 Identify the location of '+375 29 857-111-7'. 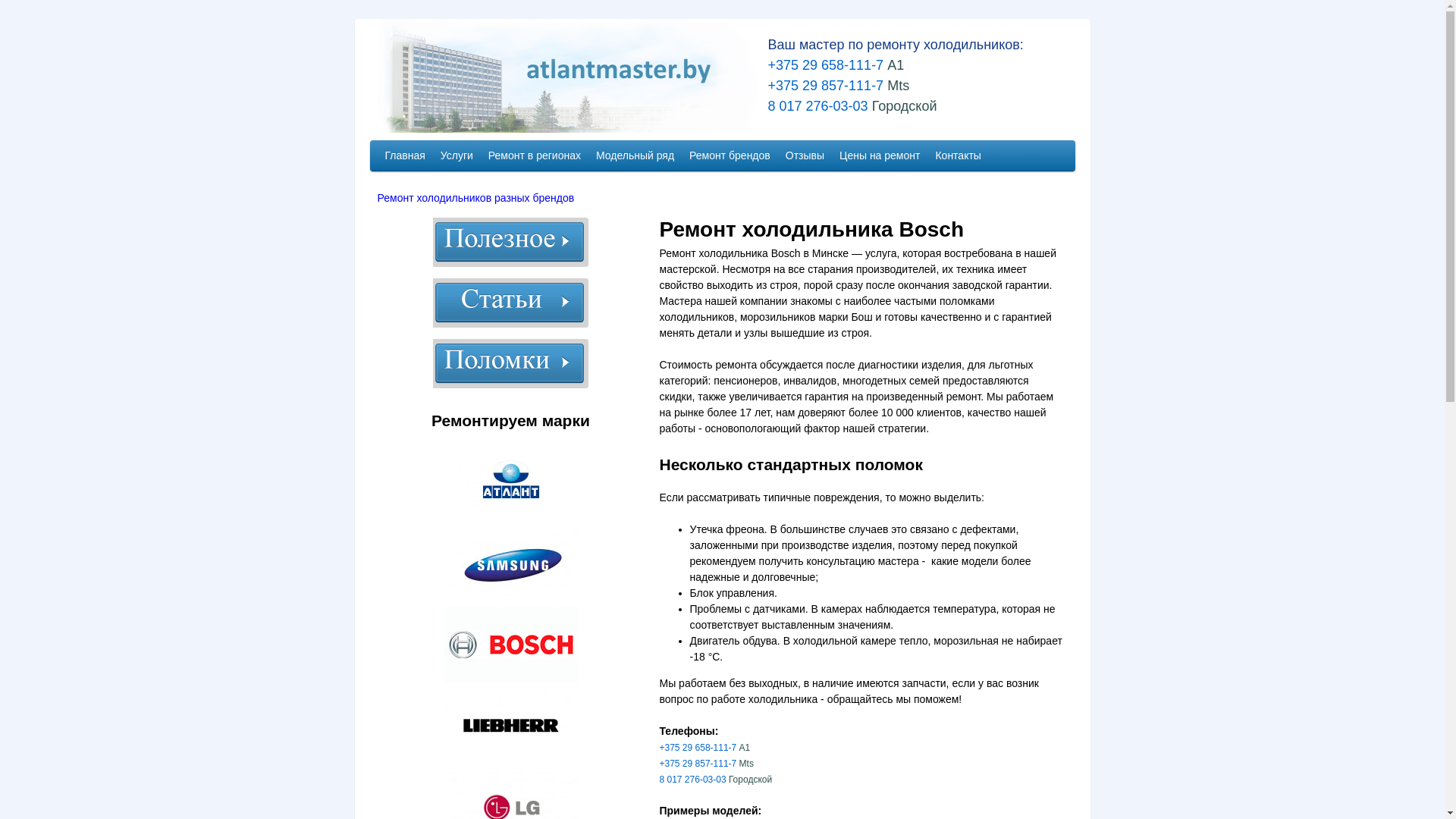
(698, 763).